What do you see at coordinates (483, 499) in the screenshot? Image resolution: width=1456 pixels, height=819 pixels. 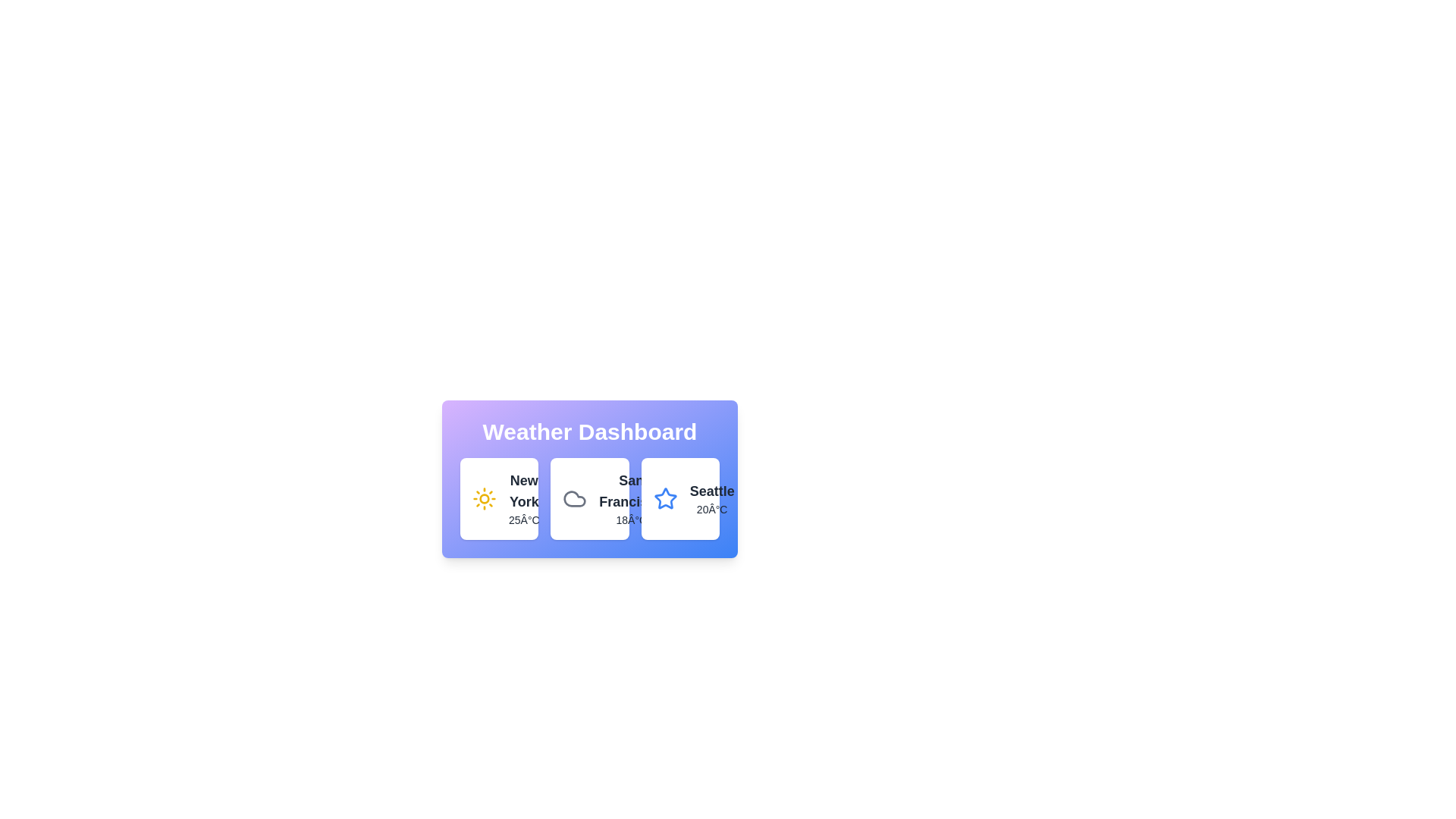 I see `the sun icon depicting weather information on the weather dashboard, which is the leftmost icon in the first card, located to the left of the text 'New York' and '25°C'` at bounding box center [483, 499].